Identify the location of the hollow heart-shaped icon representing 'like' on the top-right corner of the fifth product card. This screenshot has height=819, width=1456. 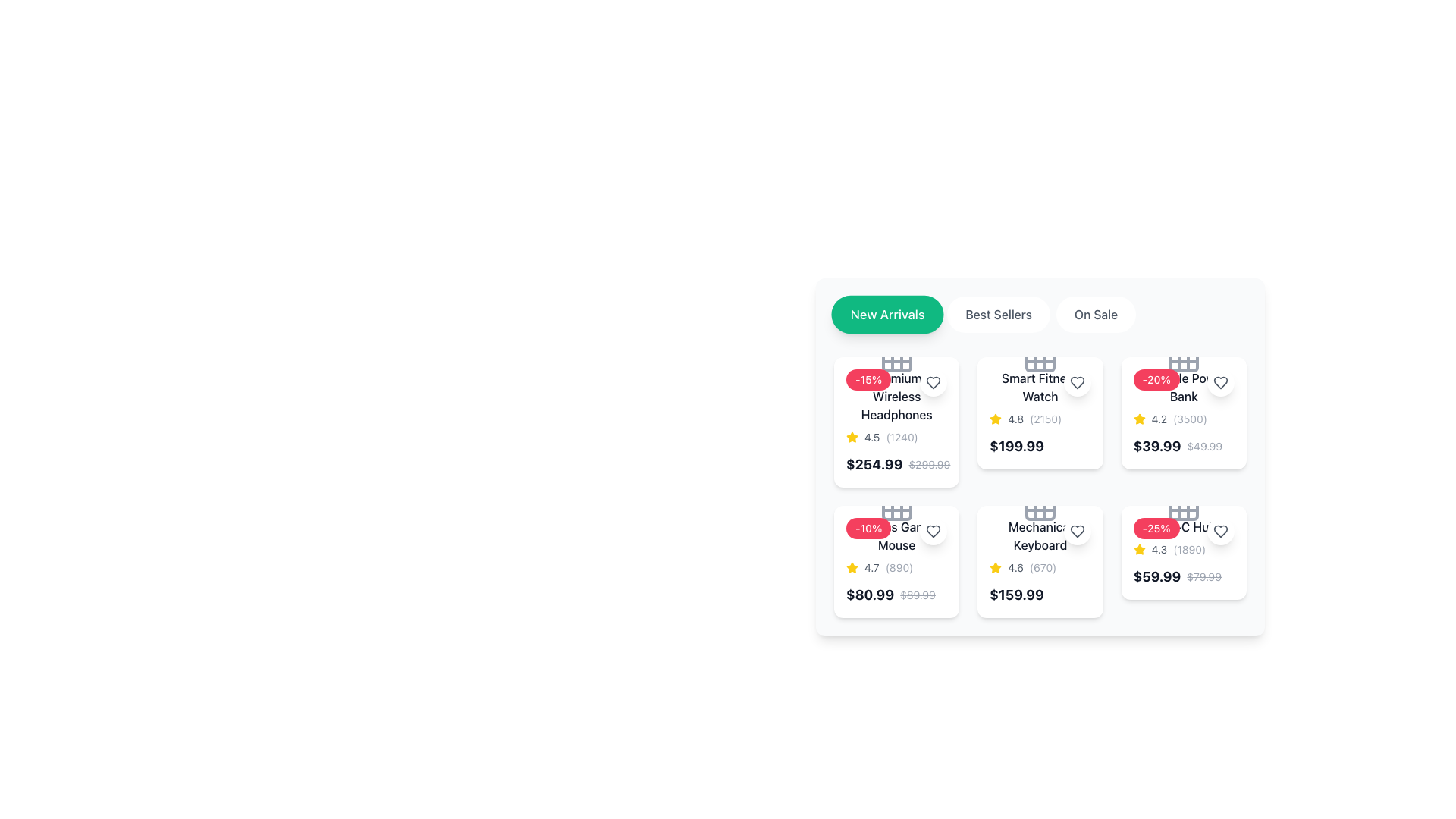
(1076, 531).